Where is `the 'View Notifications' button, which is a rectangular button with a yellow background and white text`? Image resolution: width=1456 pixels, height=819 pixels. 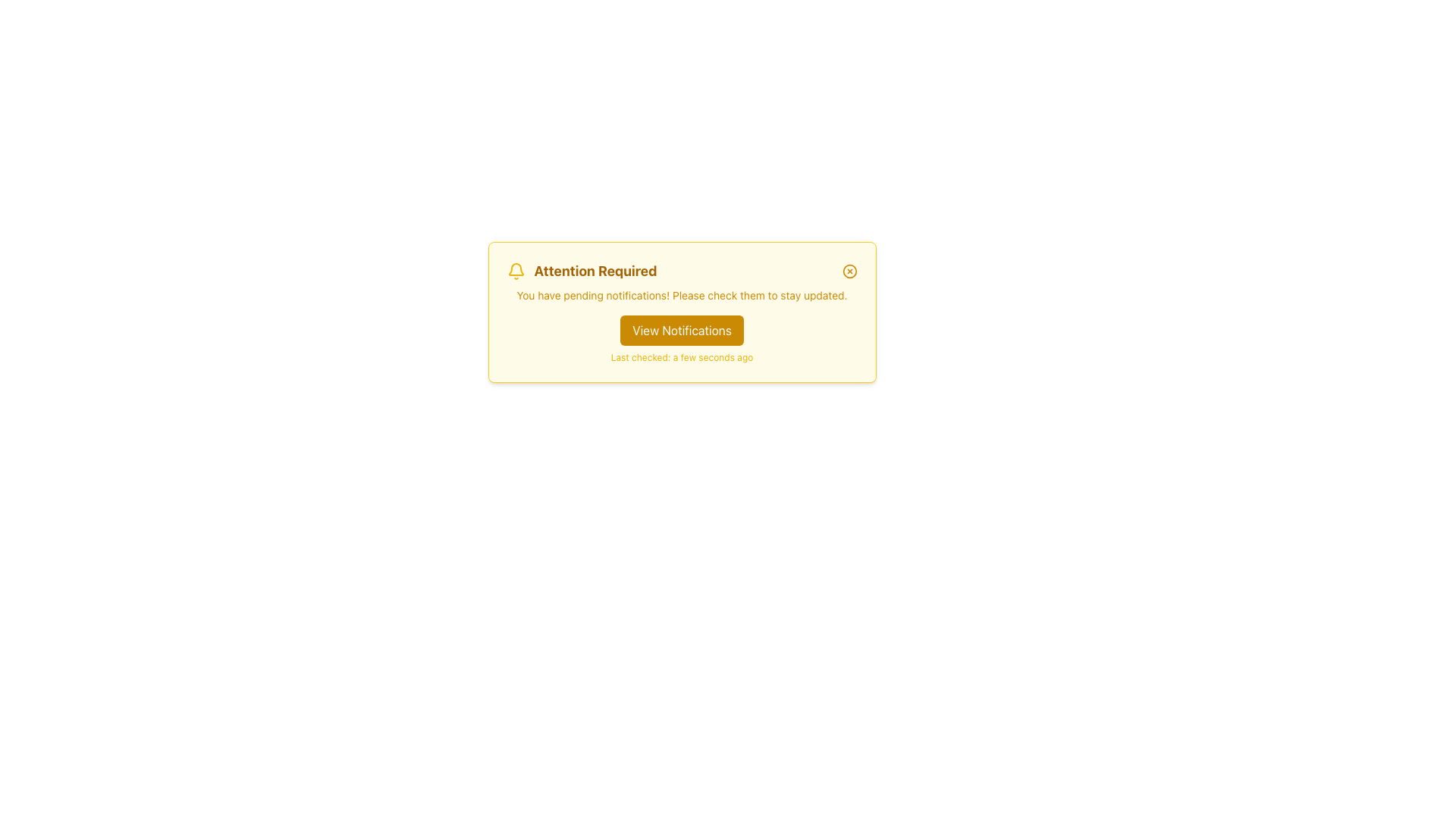
the 'View Notifications' button, which is a rectangular button with a yellow background and white text is located at coordinates (681, 329).